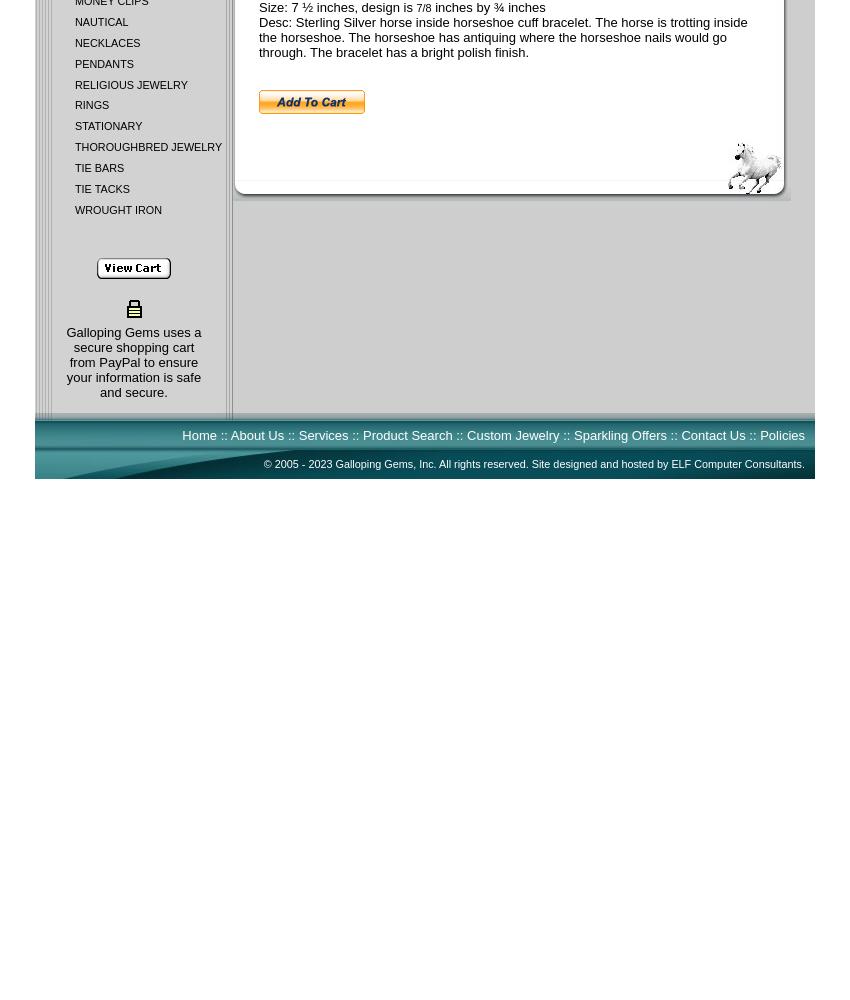 The height and width of the screenshot is (1000, 850). Describe the element at coordinates (256, 435) in the screenshot. I see `'About Us'` at that location.